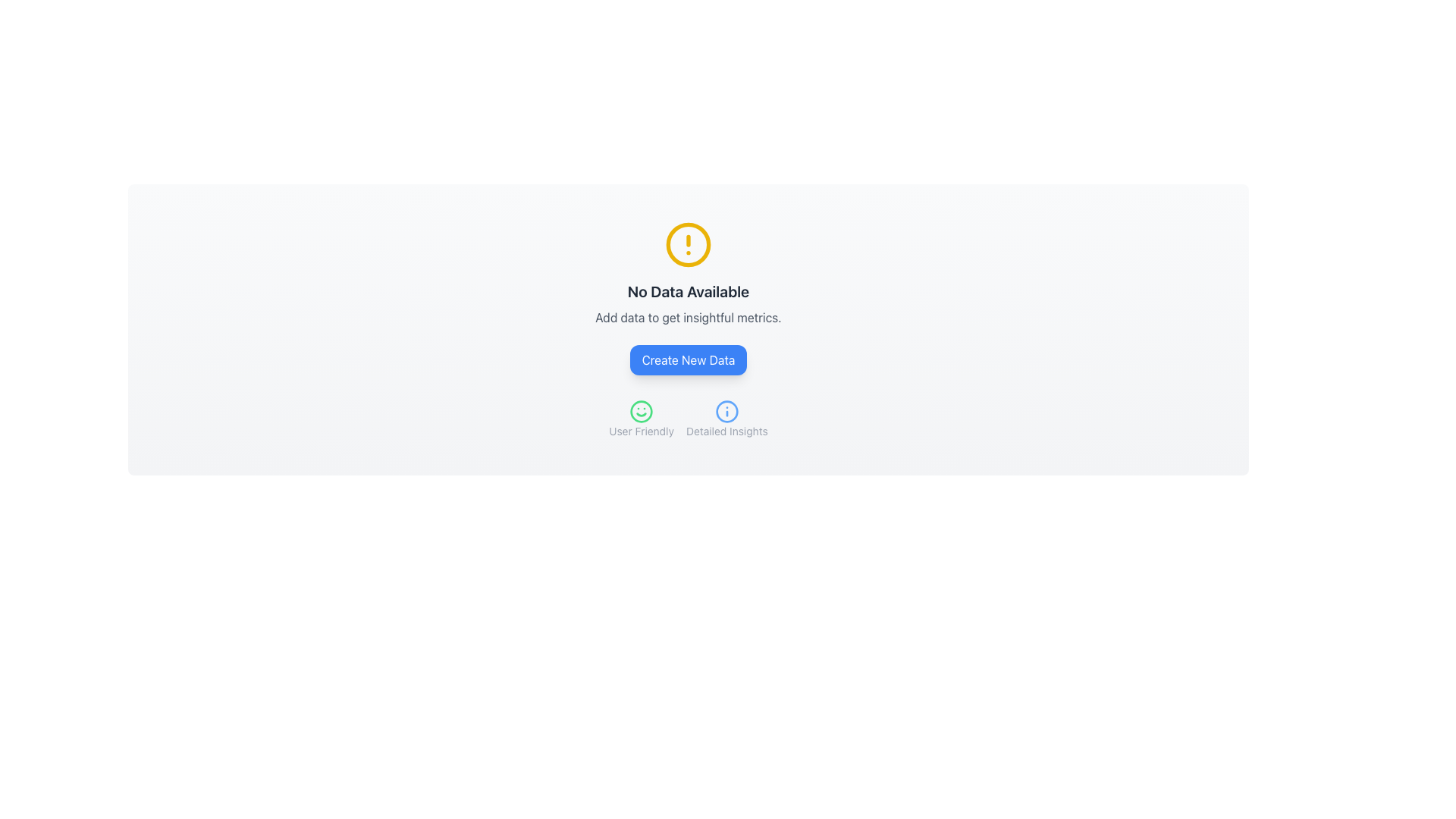 The height and width of the screenshot is (819, 1456). I want to click on the Text Block element displaying 'No Data Available' with the message 'Add data to get insightful metrics.', so click(687, 304).